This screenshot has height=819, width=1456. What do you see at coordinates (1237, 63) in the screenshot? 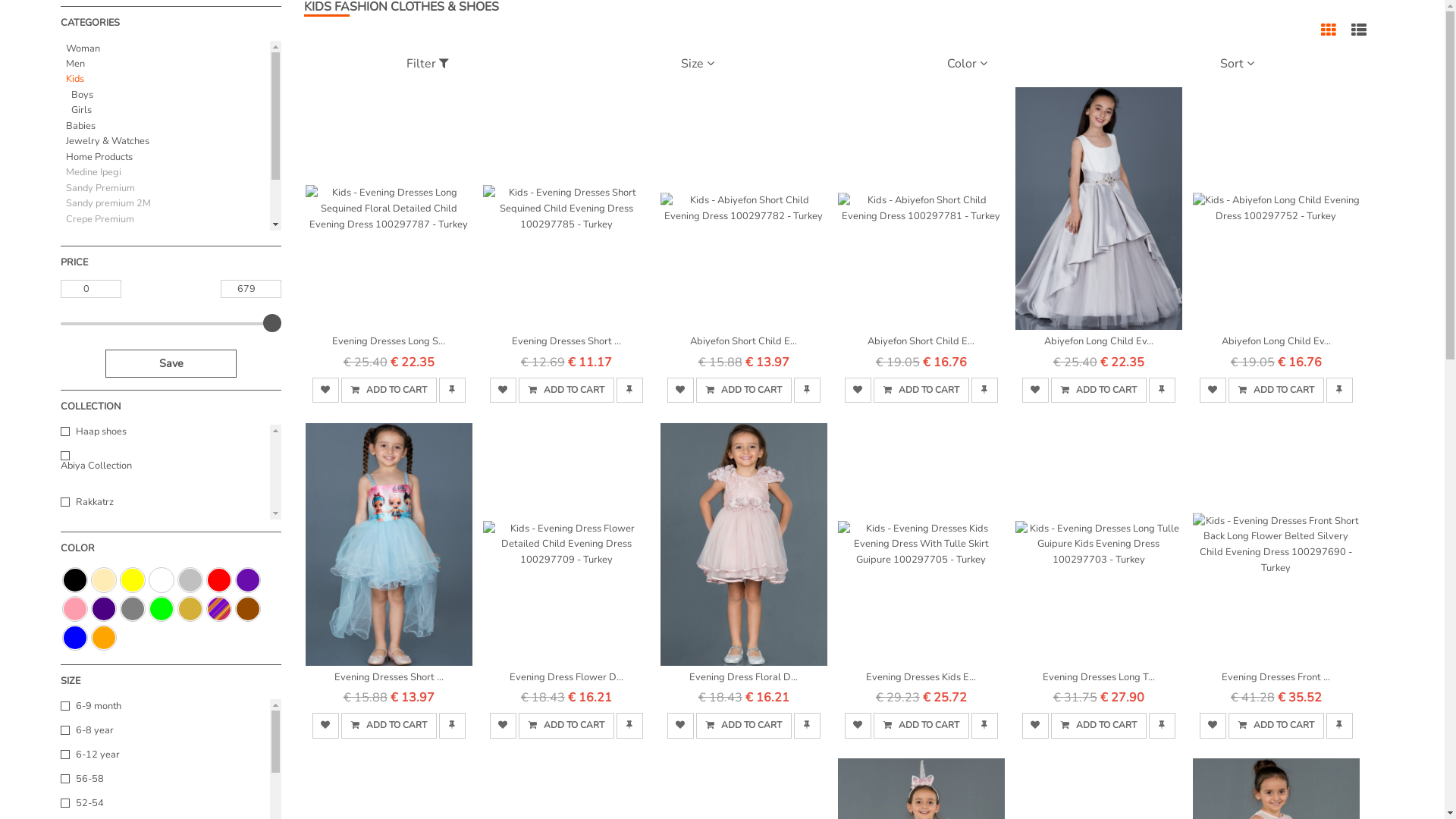
I see `'Sort'` at bounding box center [1237, 63].